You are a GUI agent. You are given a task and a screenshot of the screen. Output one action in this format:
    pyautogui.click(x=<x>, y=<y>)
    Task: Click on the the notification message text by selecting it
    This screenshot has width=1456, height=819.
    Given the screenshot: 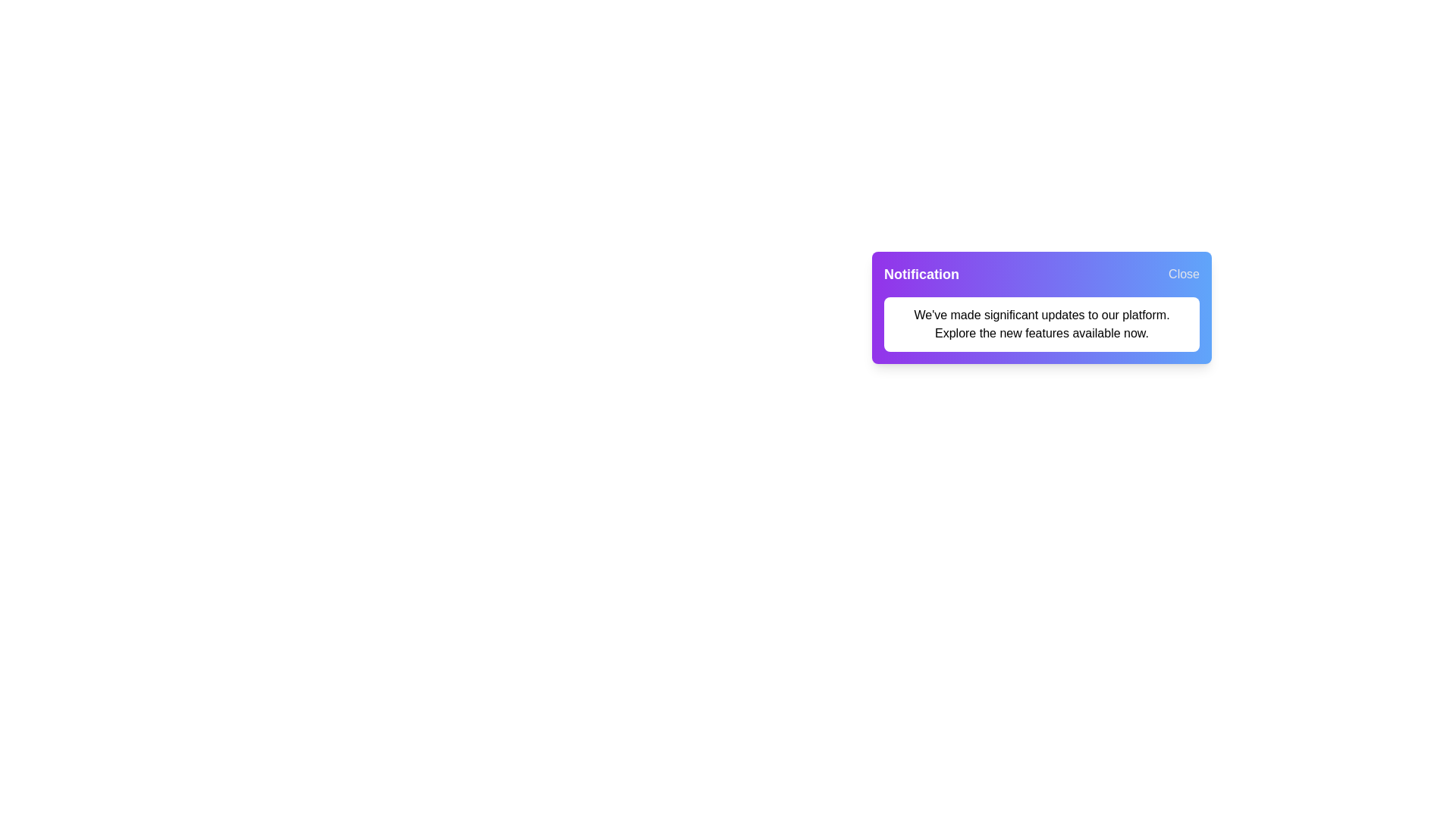 What is the action you would take?
    pyautogui.click(x=893, y=306)
    